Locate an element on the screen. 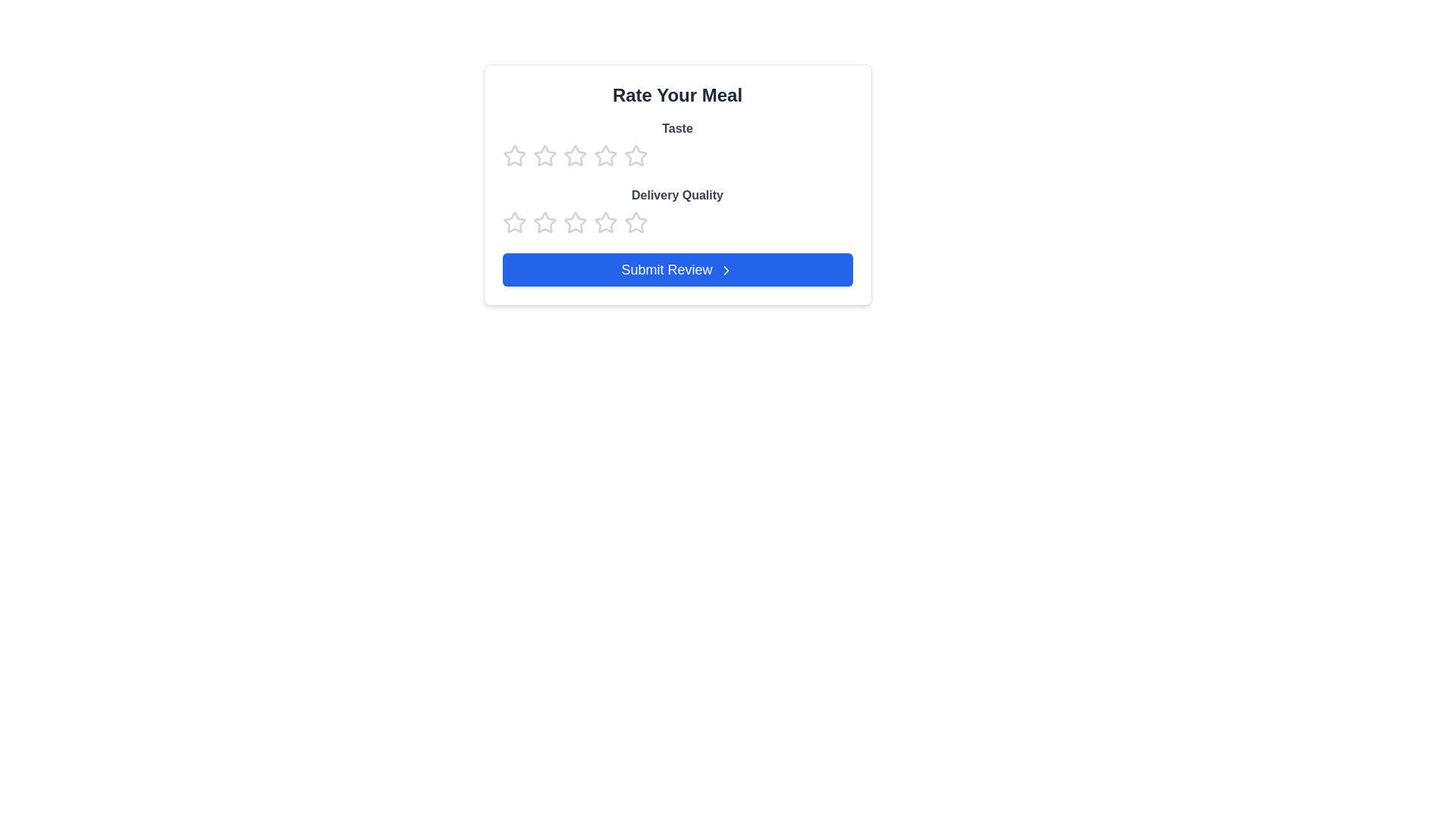 Image resolution: width=1456 pixels, height=819 pixels. the submission button located beneath the 'Rate Your Meal' section to finalize and submit the review for 'Taste' and 'Delivery Quality' is located at coordinates (676, 268).